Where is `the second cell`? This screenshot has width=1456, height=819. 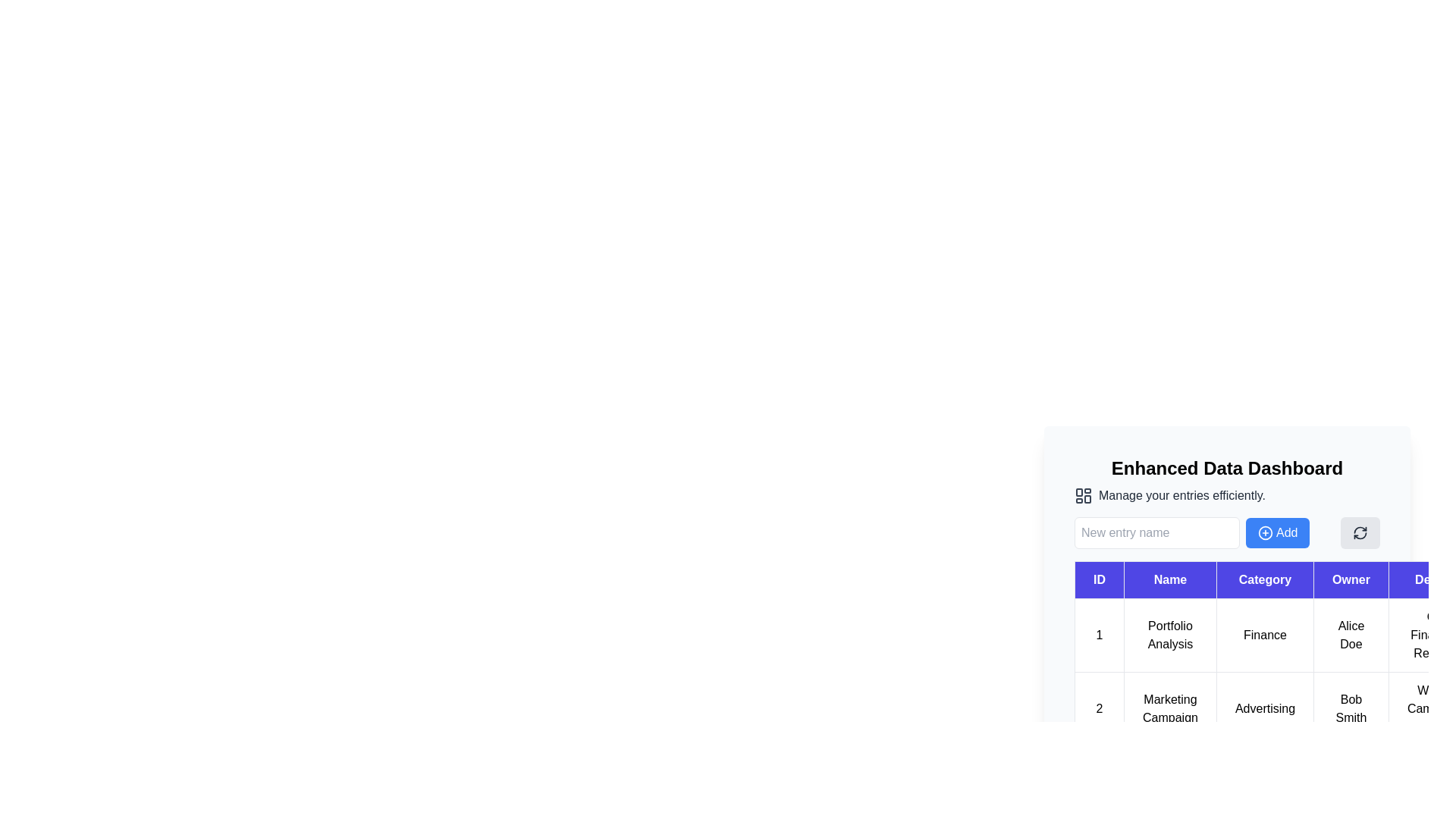
the second cell is located at coordinates (1169, 708).